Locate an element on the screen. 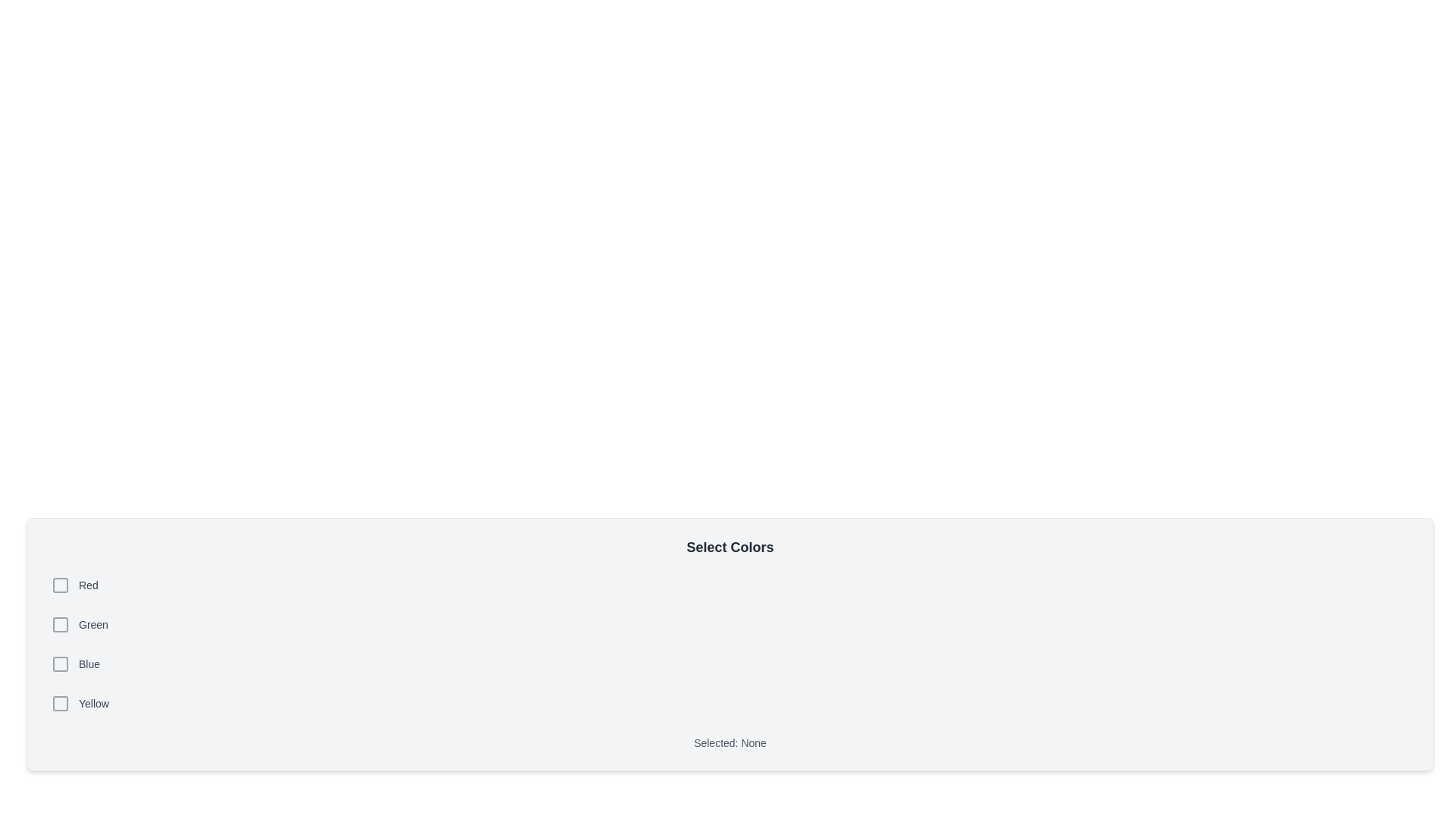 The height and width of the screenshot is (819, 1456). the checkbox for the color option 'Red' is located at coordinates (61, 584).